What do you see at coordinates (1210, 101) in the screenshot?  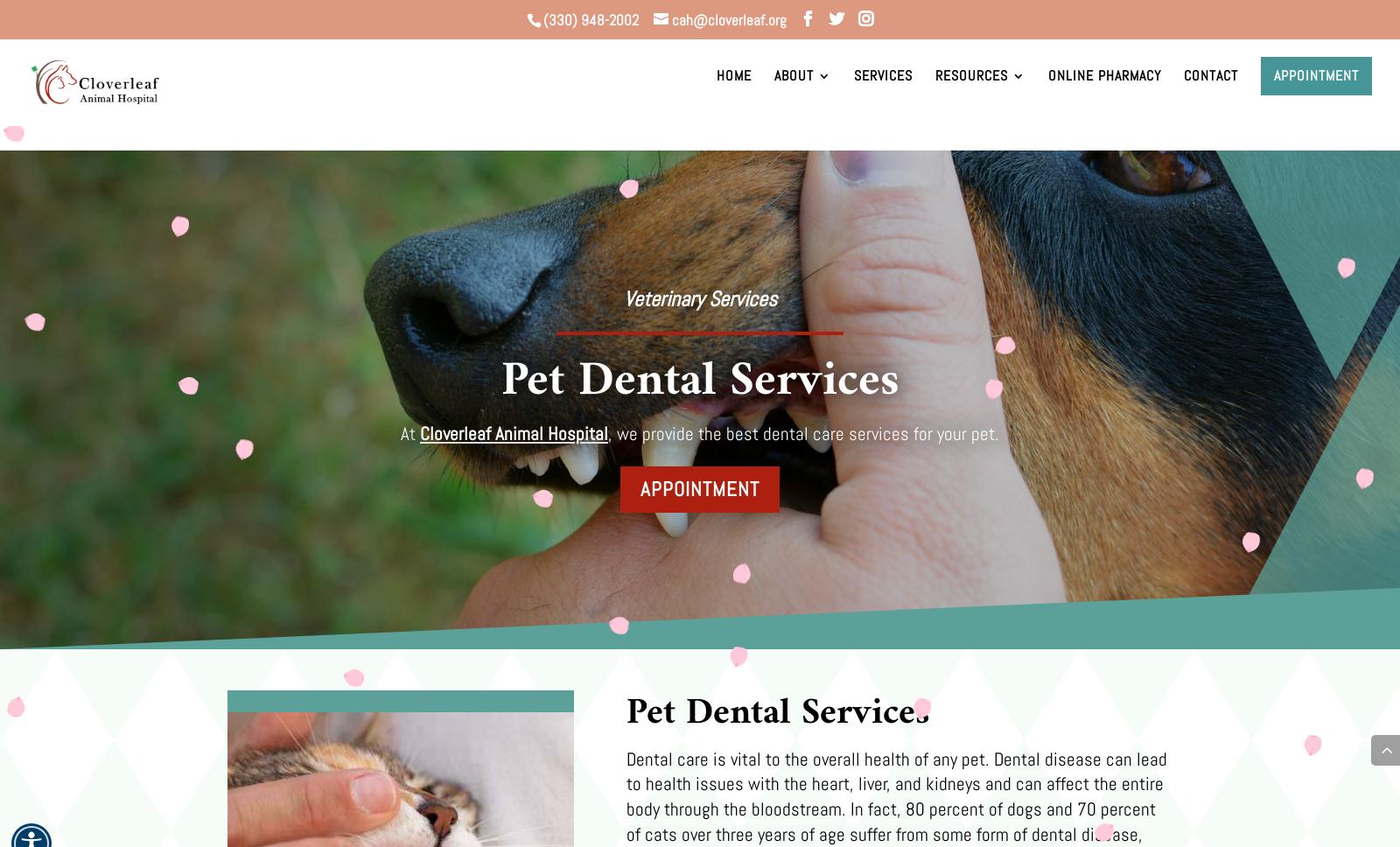 I see `'Contact'` at bounding box center [1210, 101].